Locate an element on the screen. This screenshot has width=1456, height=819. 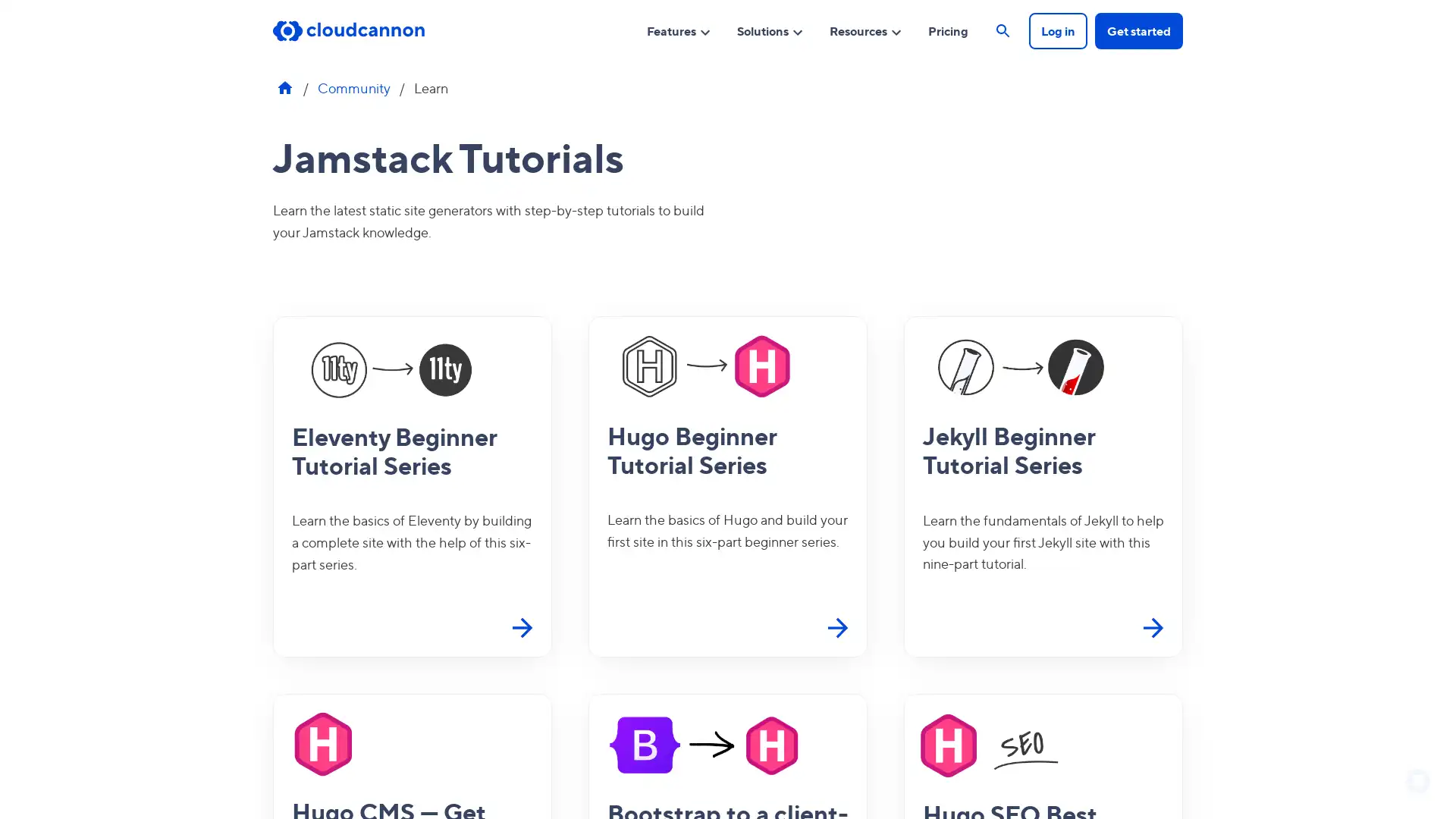
Open Intercom Messenger is located at coordinates (1417, 780).